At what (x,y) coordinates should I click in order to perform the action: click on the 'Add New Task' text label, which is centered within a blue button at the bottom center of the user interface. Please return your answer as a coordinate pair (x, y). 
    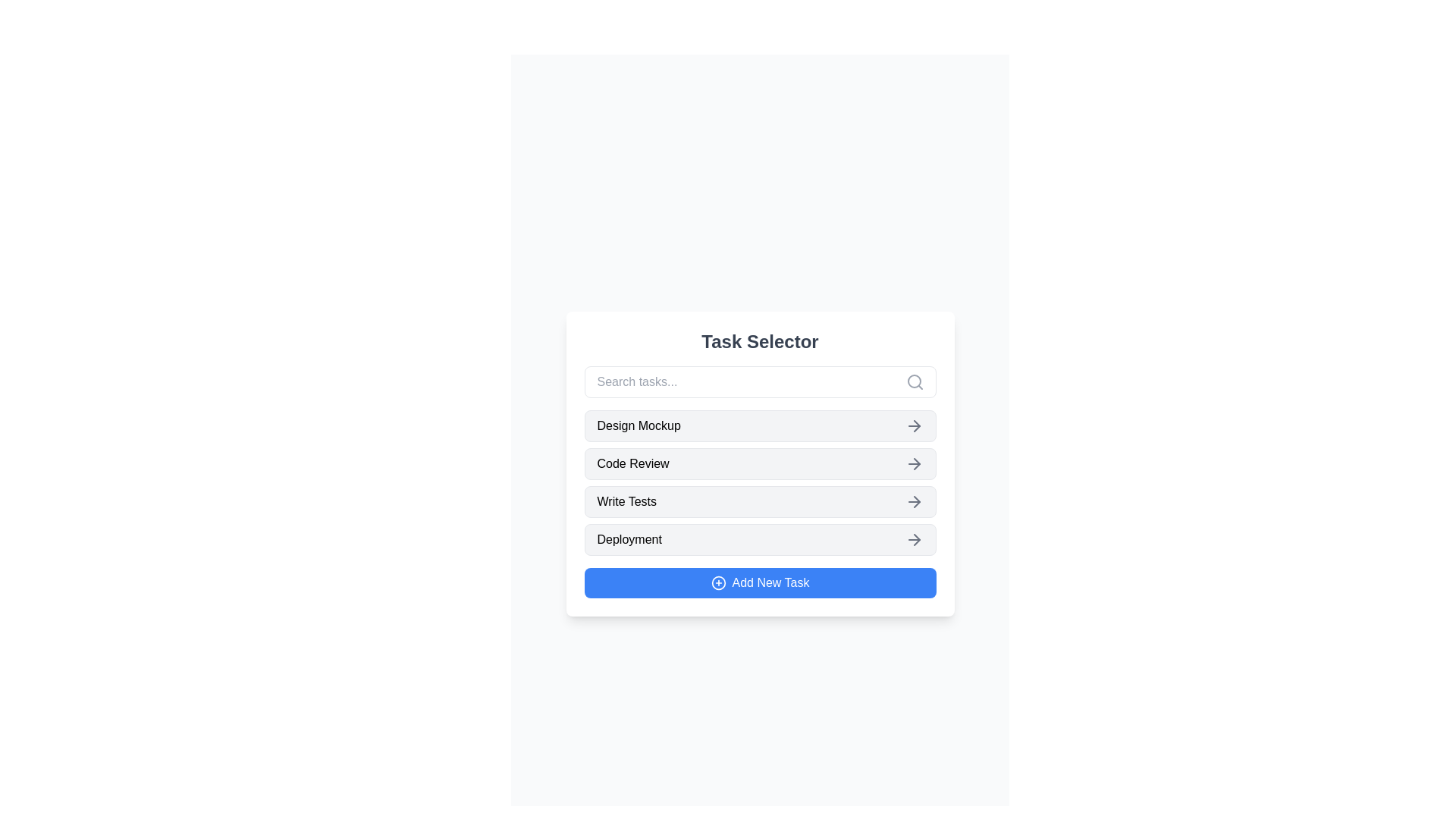
    Looking at the image, I should click on (770, 582).